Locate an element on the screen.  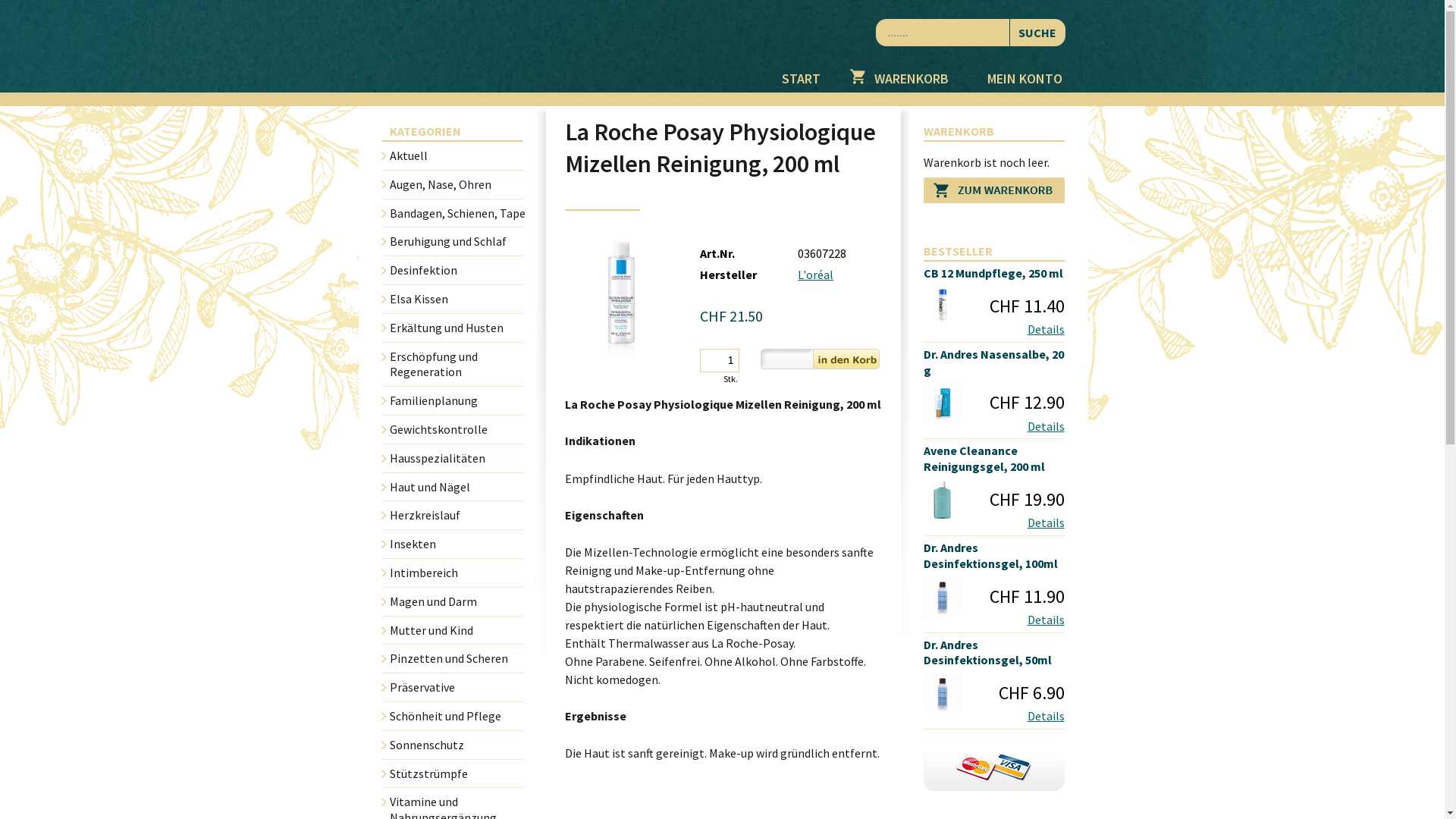
'Desinfektion' is located at coordinates (382, 269).